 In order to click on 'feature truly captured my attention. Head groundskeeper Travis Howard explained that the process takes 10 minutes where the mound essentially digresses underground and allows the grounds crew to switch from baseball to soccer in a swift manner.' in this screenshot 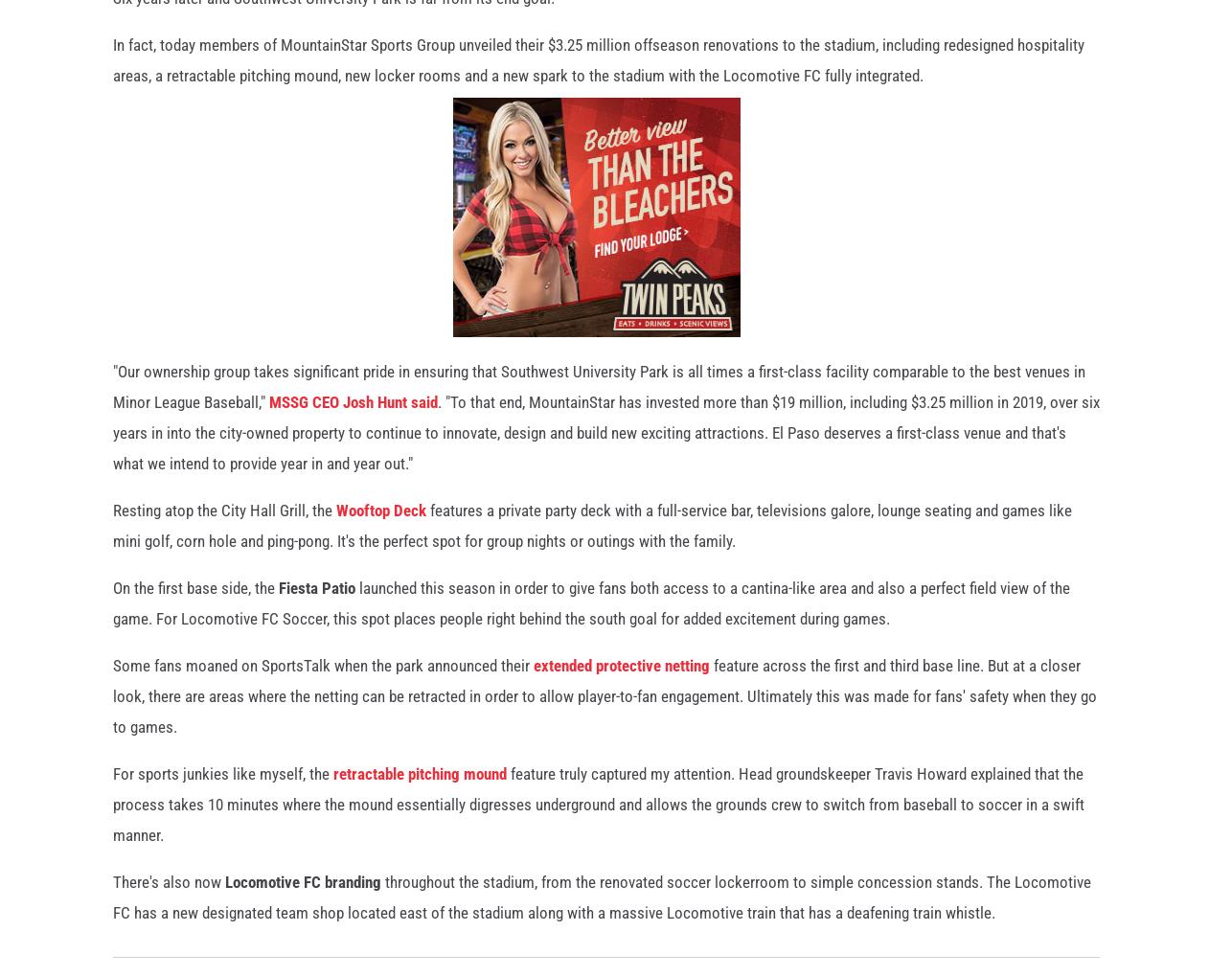, I will do `click(597, 813)`.